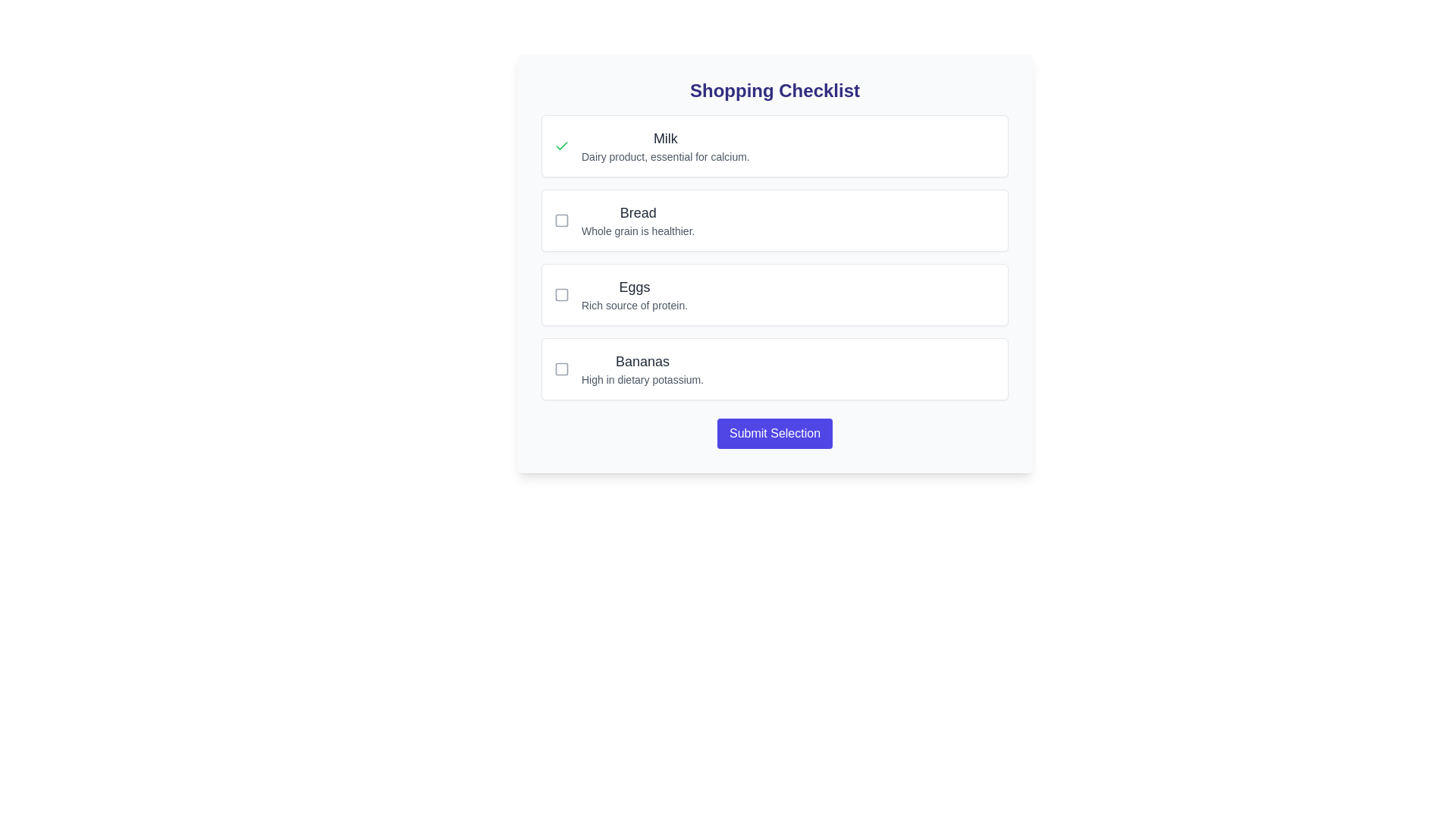 The image size is (1456, 819). What do you see at coordinates (629, 369) in the screenshot?
I see `the checkbox for 'Bananas'` at bounding box center [629, 369].